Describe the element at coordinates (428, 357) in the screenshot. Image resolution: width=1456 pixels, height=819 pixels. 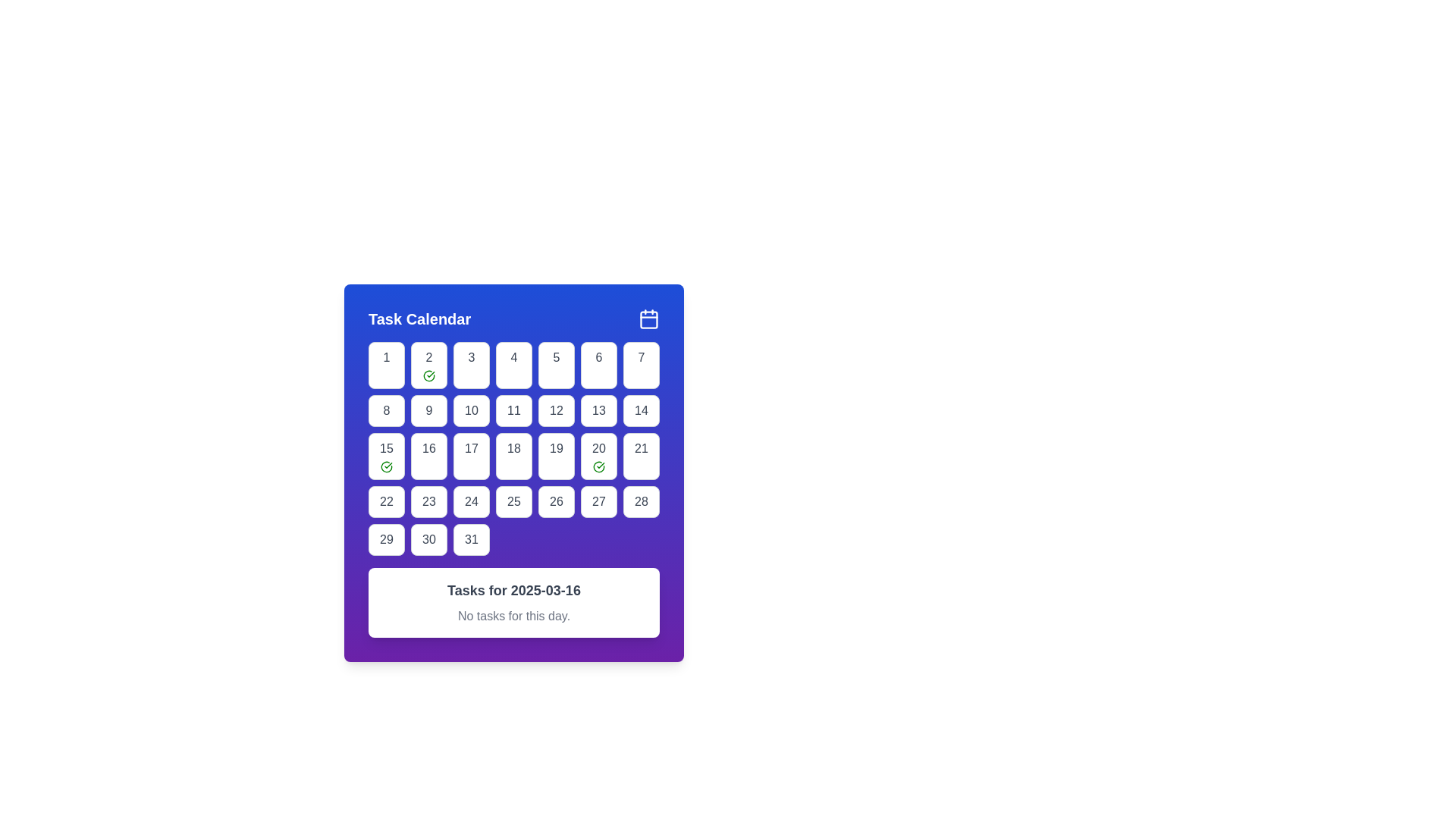
I see `the numeral '2' in the second button of the first row of the calendar grid, which is styled as a bold '2' and has a white background with a border, located under the heading 'Task Calendar'` at that location.